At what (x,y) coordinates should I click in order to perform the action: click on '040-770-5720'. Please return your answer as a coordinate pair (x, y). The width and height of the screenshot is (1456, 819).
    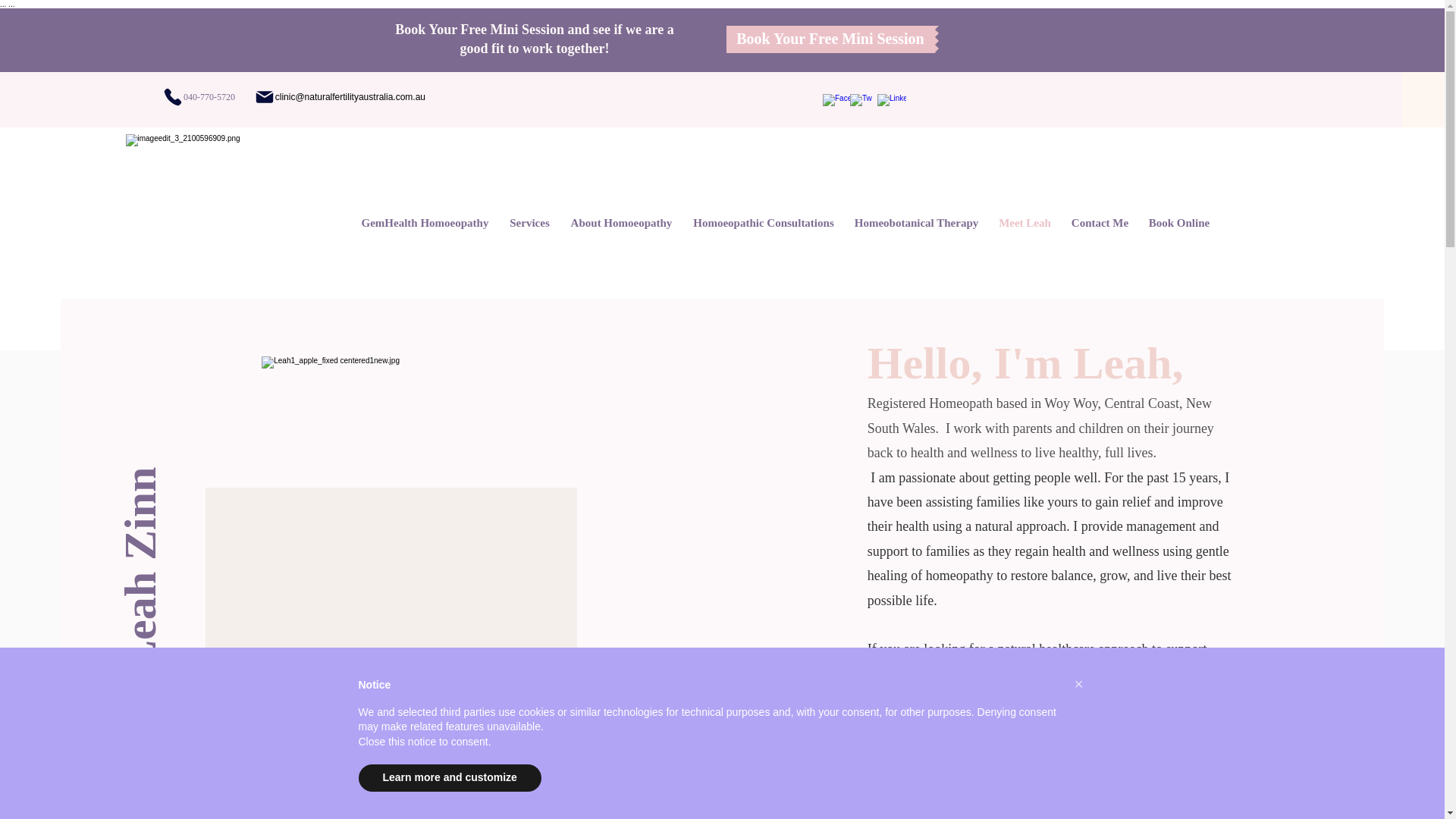
    Looking at the image, I should click on (138, 96).